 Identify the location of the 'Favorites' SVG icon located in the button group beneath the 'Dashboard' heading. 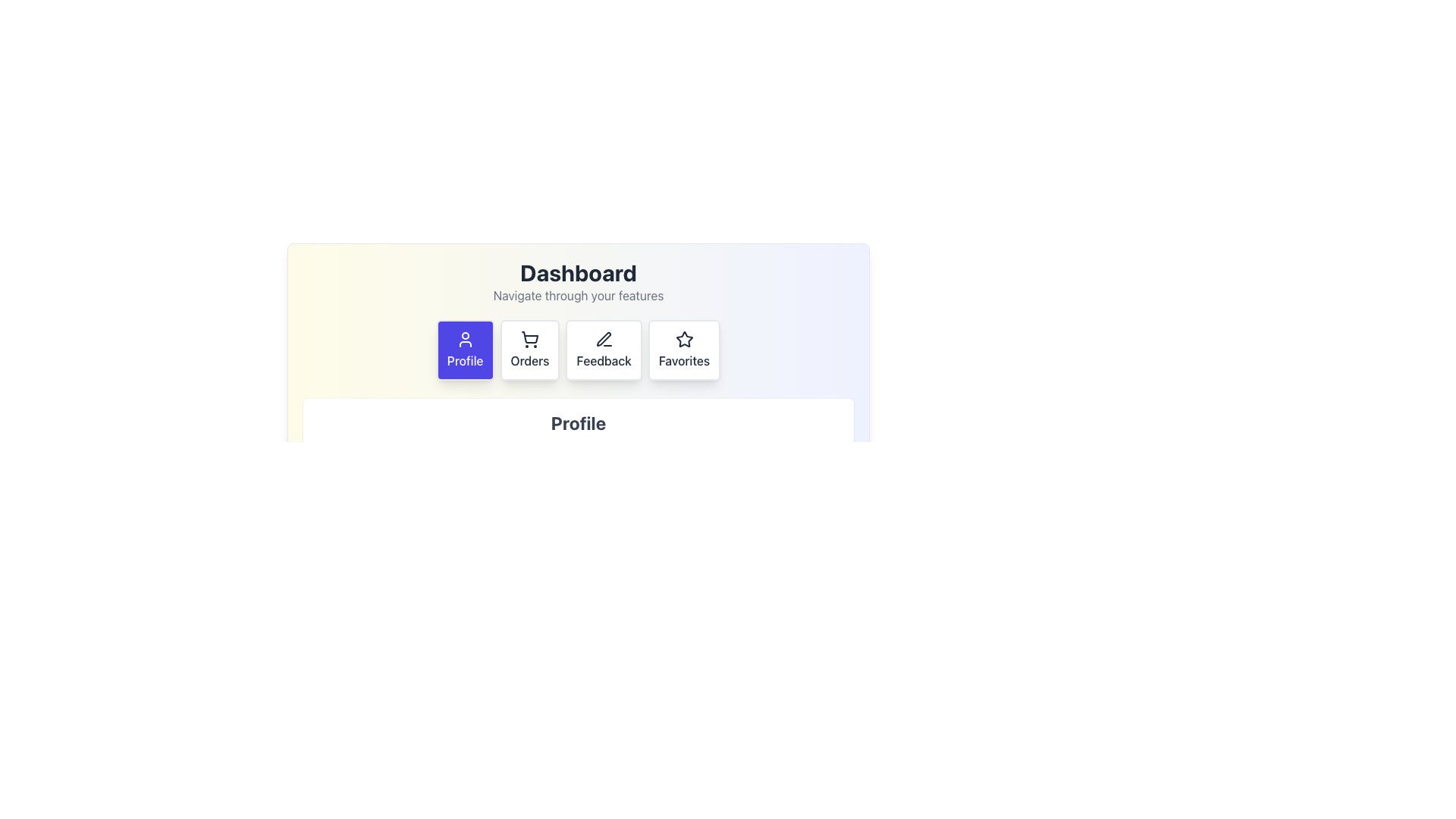
(683, 338).